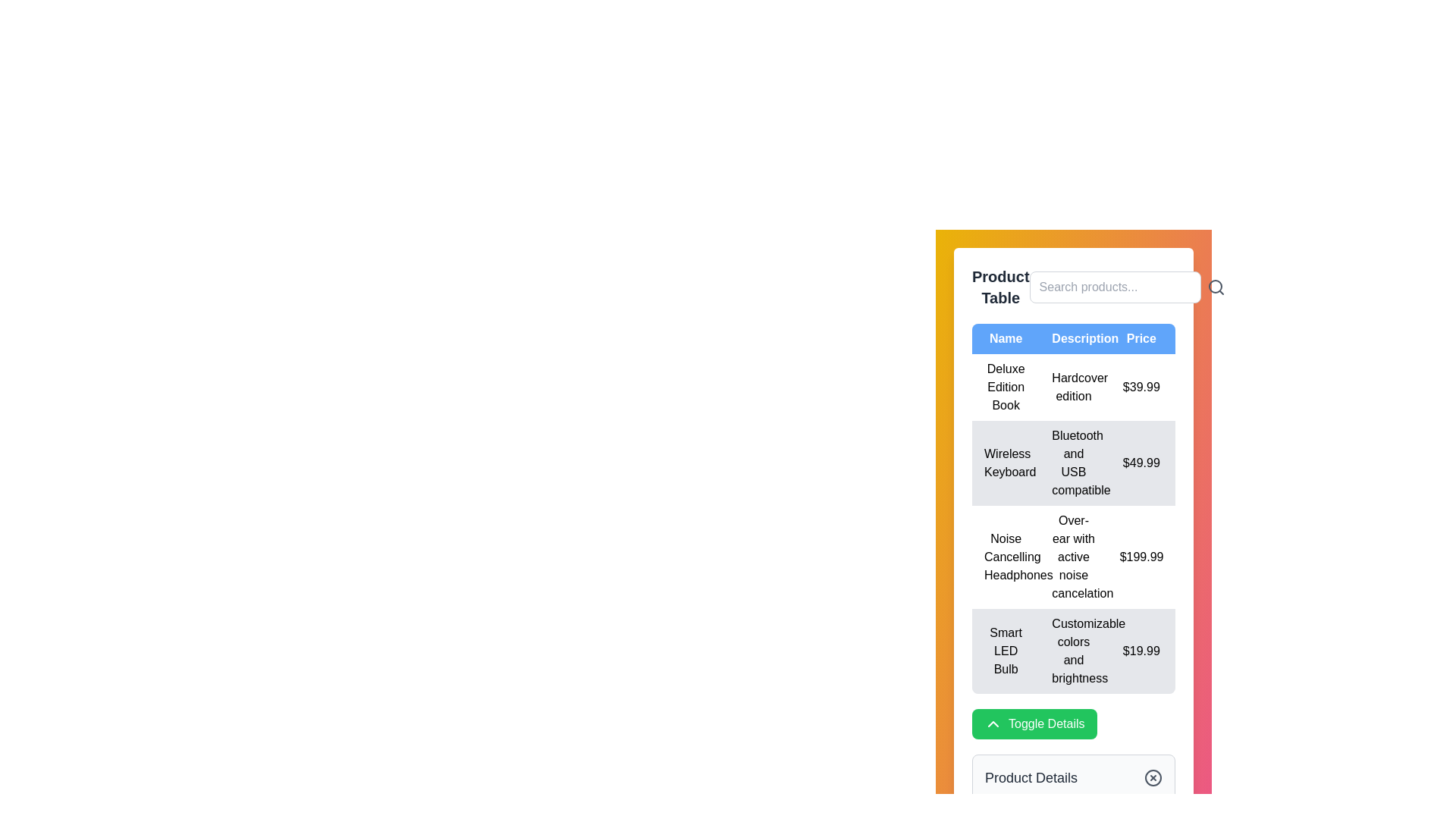 This screenshot has width=1456, height=819. I want to click on the button located at the far right side of the 'Product Details' section, so click(1153, 778).